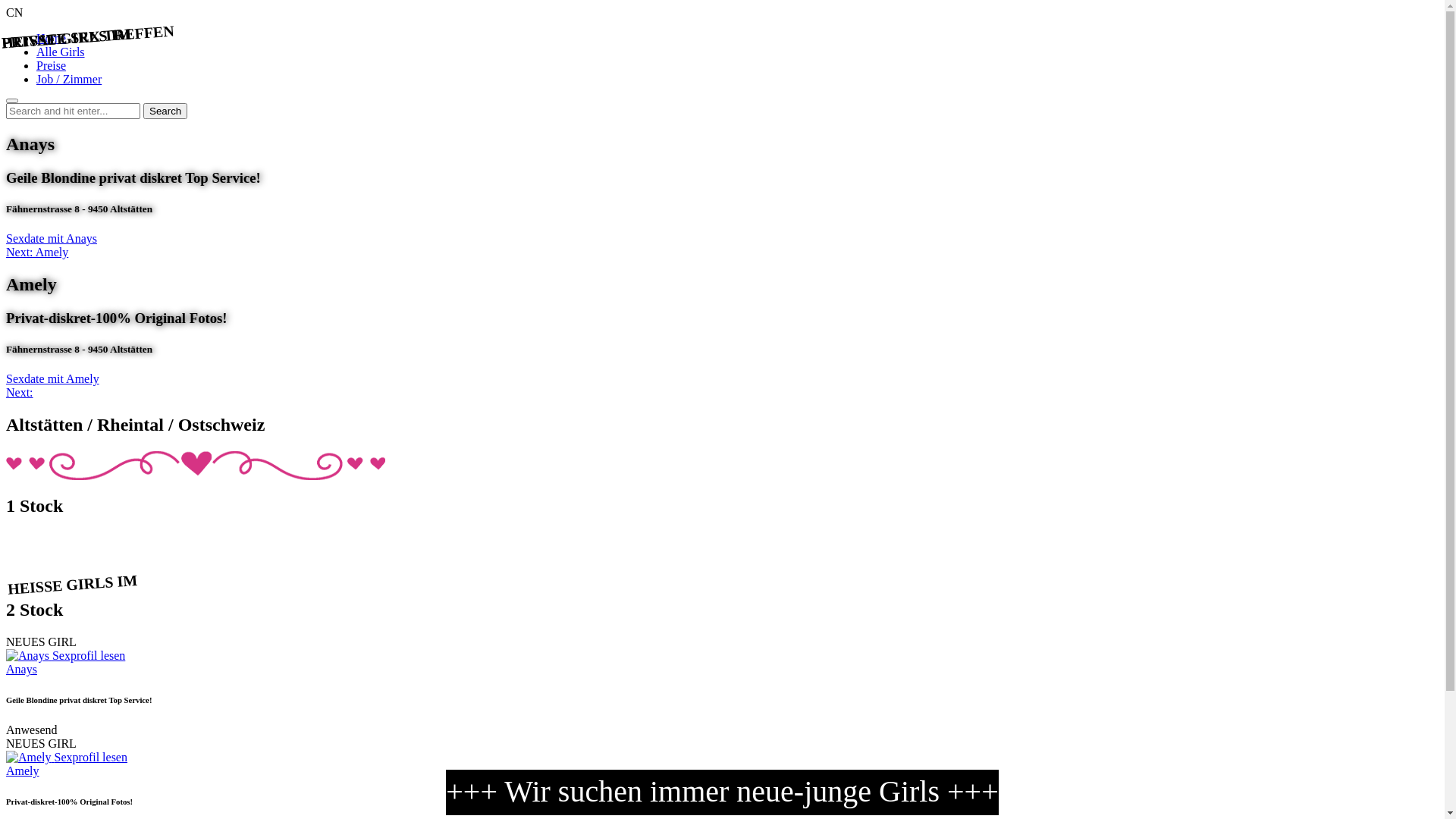 The width and height of the screenshot is (1456, 819). I want to click on 'Next: Amely', so click(36, 251).